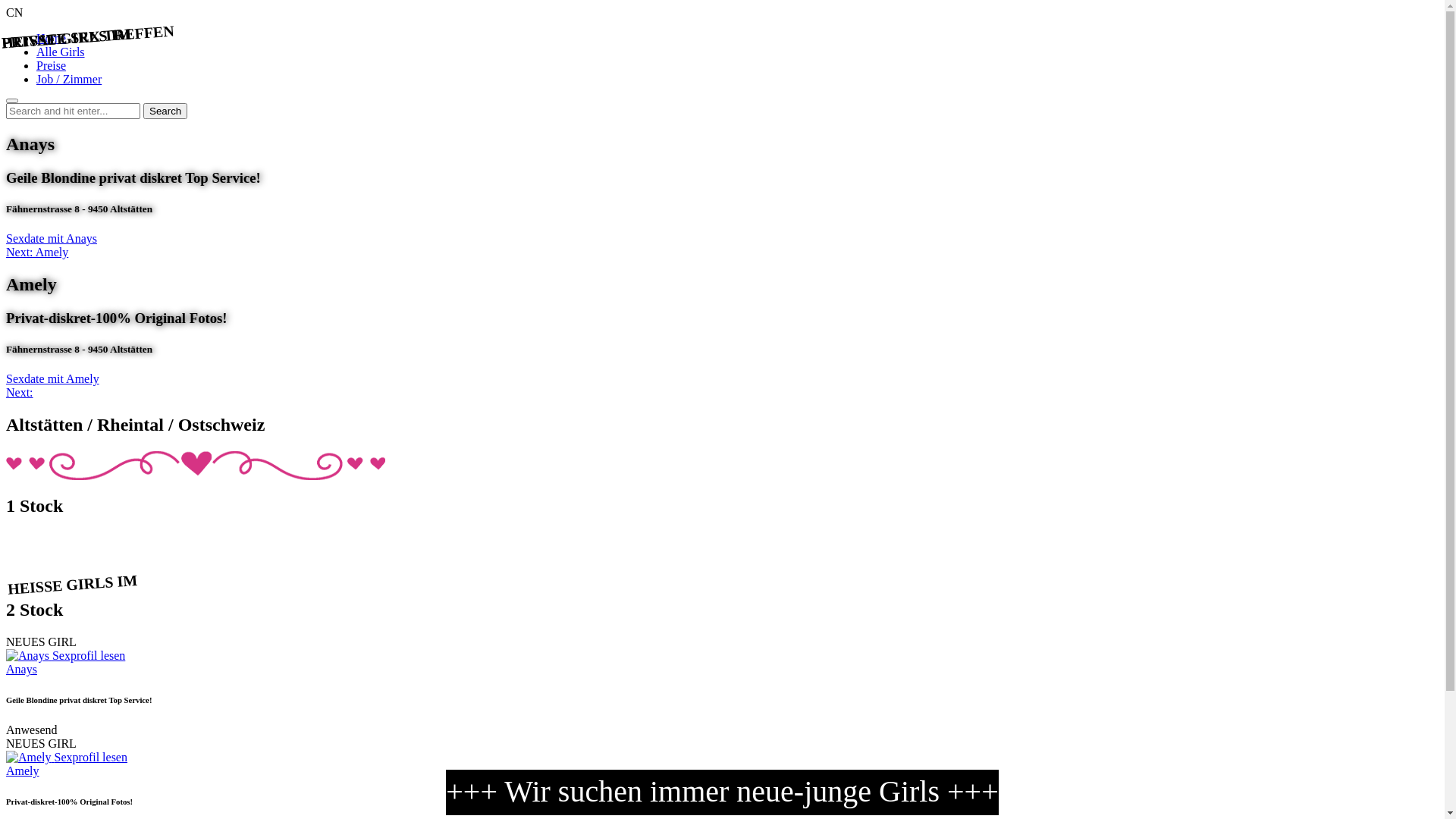 The width and height of the screenshot is (1456, 819). I want to click on 'Next: Amely', so click(36, 251).